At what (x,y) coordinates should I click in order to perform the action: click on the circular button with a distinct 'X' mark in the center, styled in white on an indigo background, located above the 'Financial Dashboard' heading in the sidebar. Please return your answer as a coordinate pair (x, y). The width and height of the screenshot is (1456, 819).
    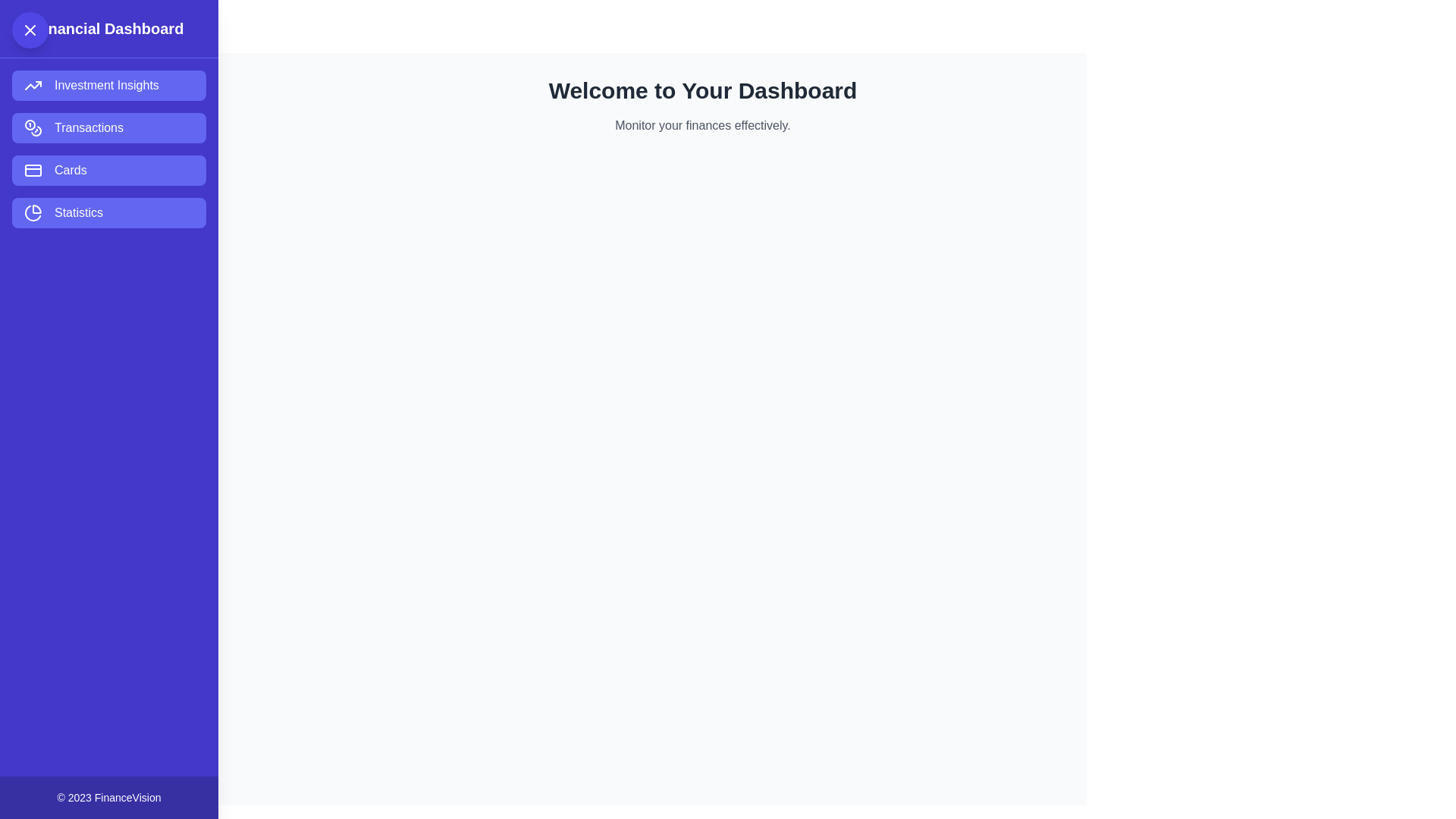
    Looking at the image, I should click on (30, 30).